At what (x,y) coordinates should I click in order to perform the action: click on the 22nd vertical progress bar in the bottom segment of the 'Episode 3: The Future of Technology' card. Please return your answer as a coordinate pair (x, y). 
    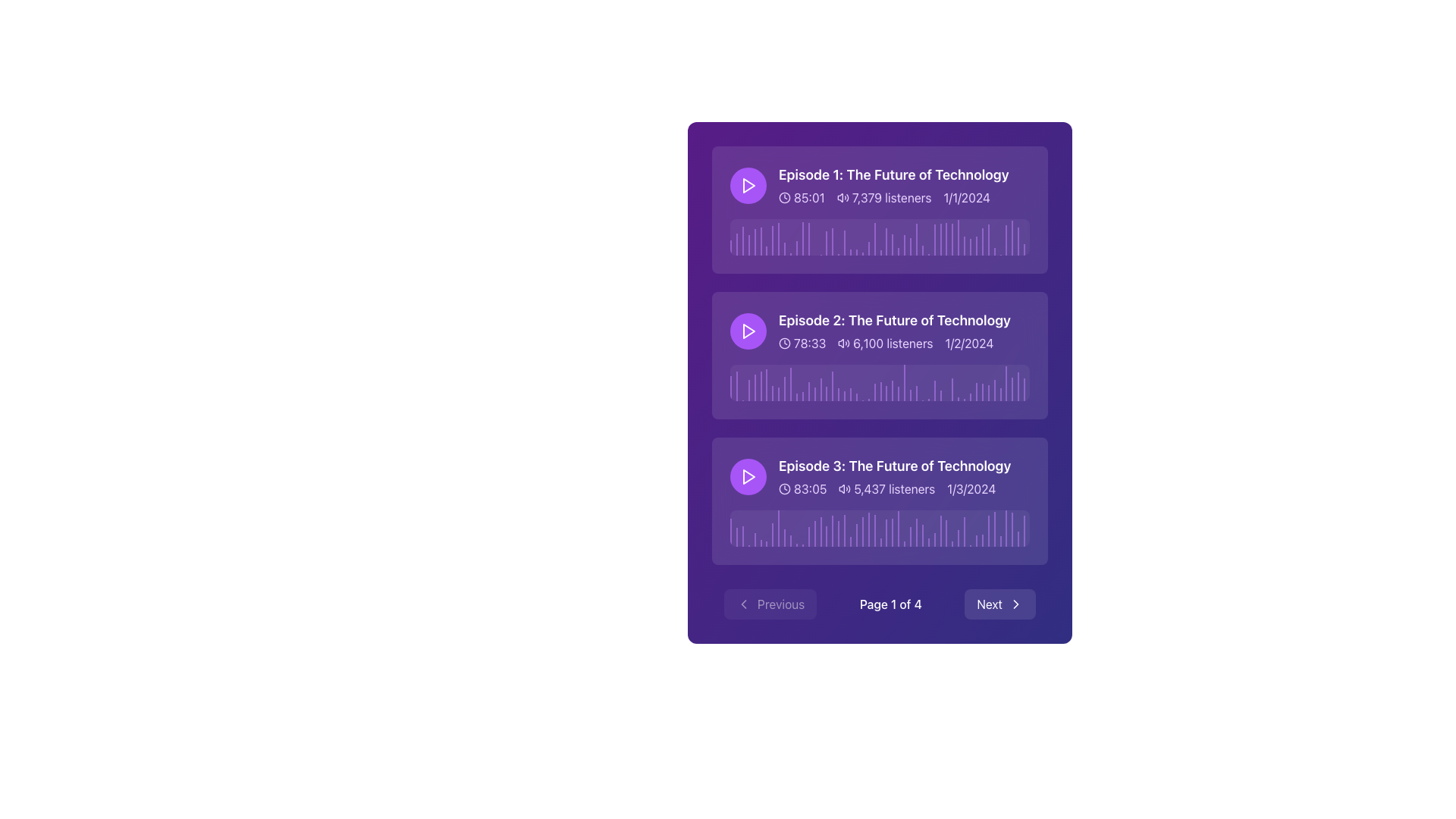
    Looking at the image, I should click on (856, 535).